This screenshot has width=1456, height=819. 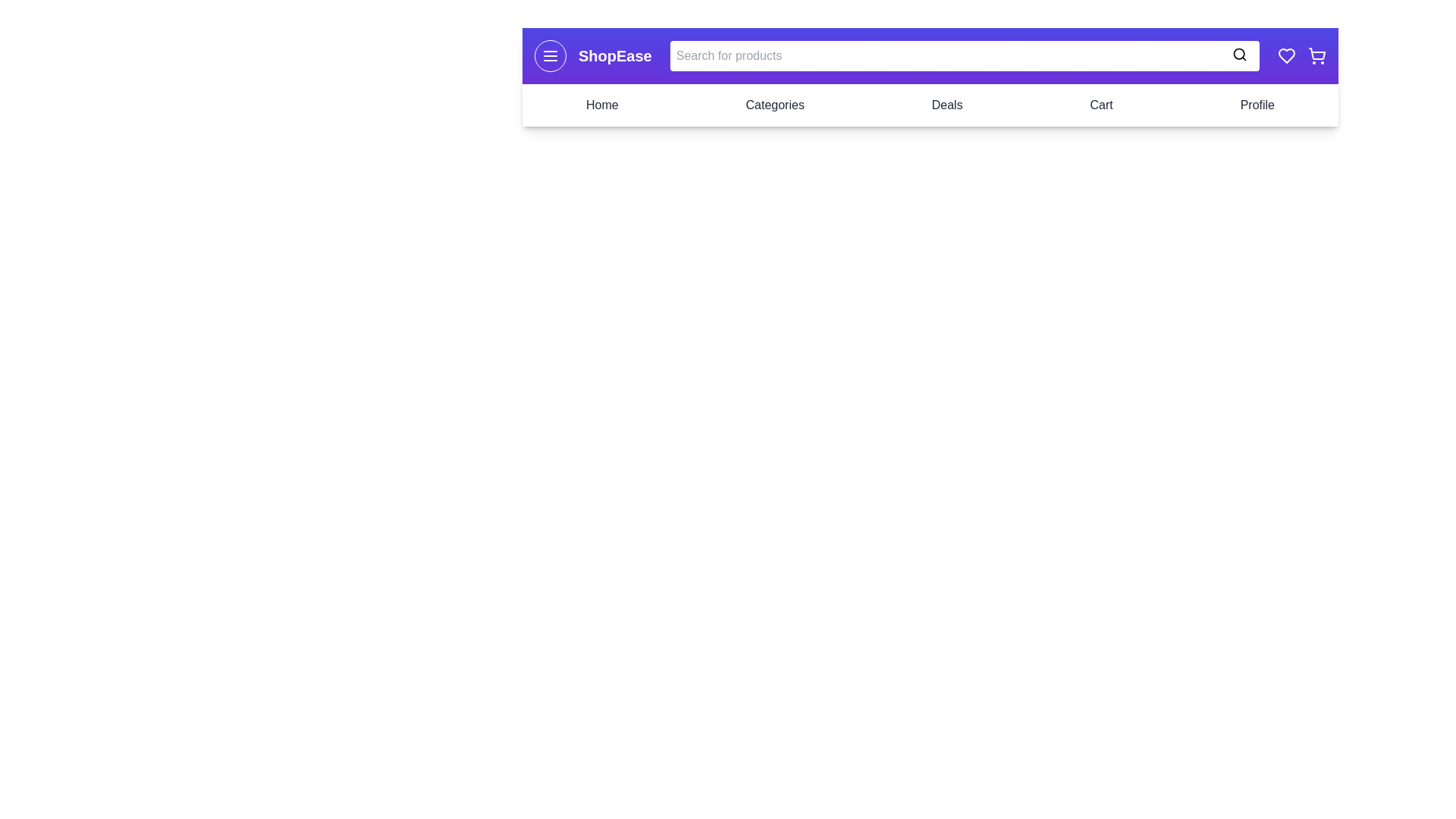 I want to click on the shopping cart icon to open the cart, so click(x=1316, y=55).